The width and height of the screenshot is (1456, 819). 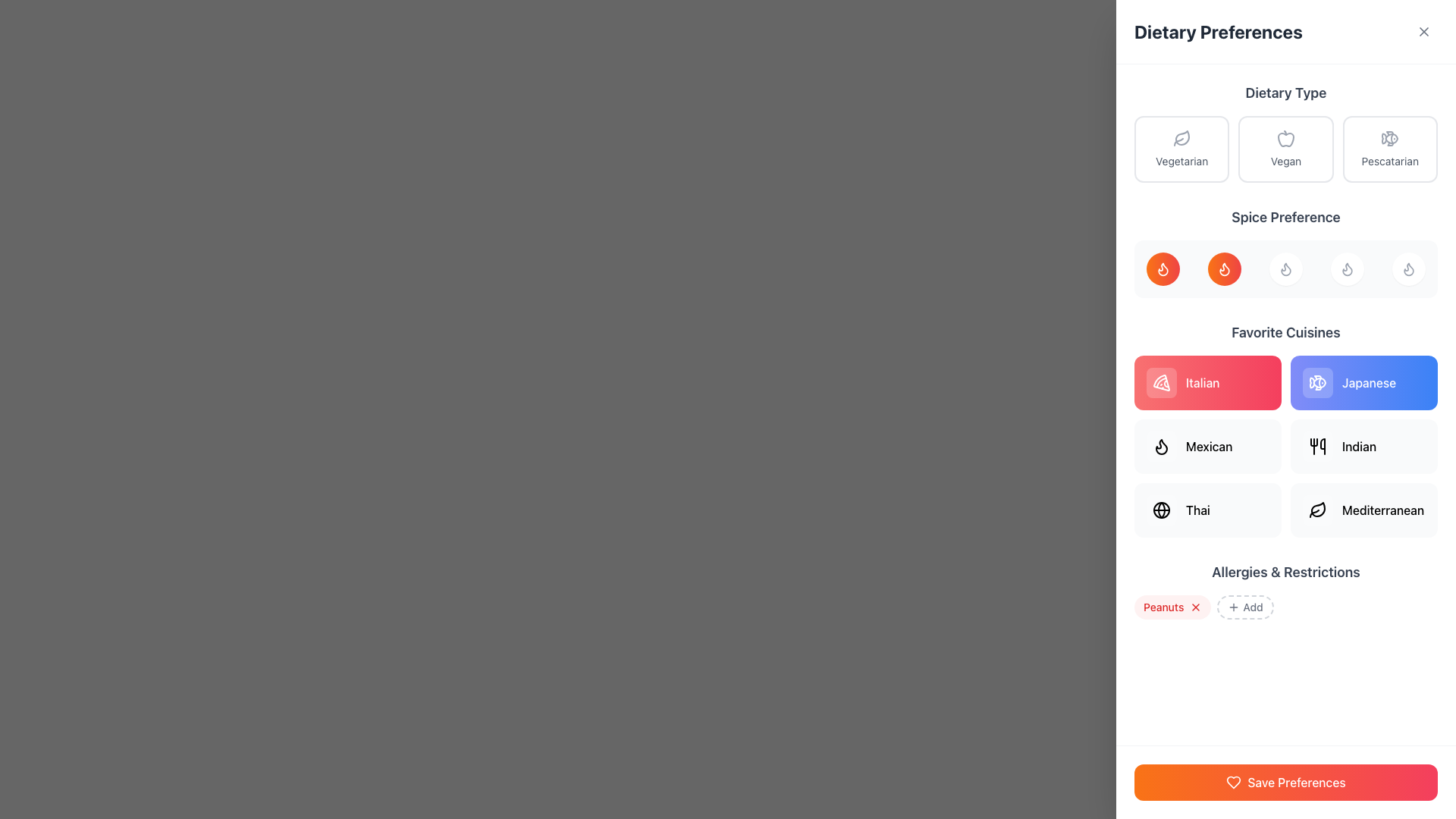 I want to click on the close button located at the top right corner of the dietary preferences modal to change its shadow effect, so click(x=1425, y=30).